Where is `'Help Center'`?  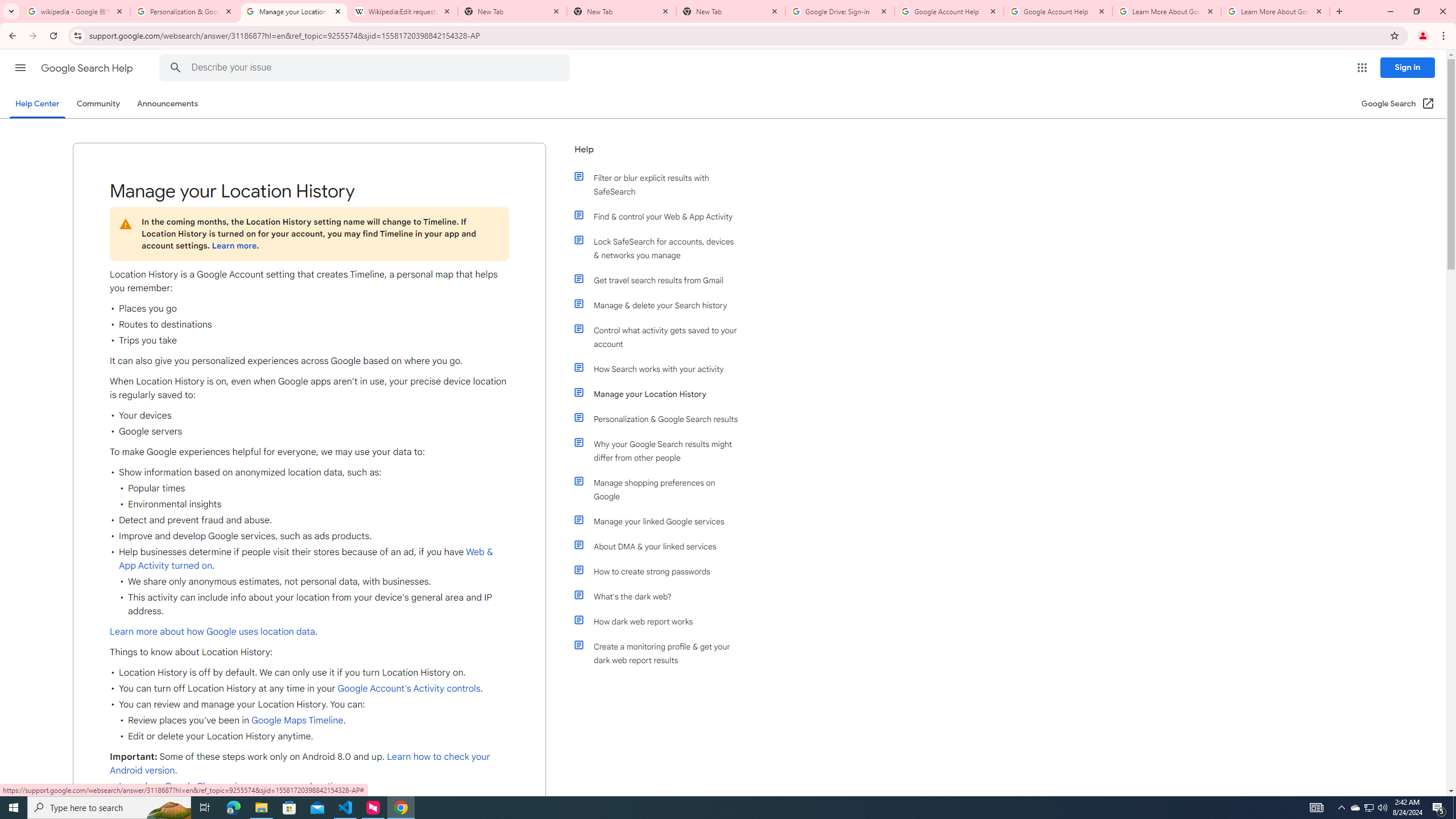 'Help Center' is located at coordinates (37, 103).